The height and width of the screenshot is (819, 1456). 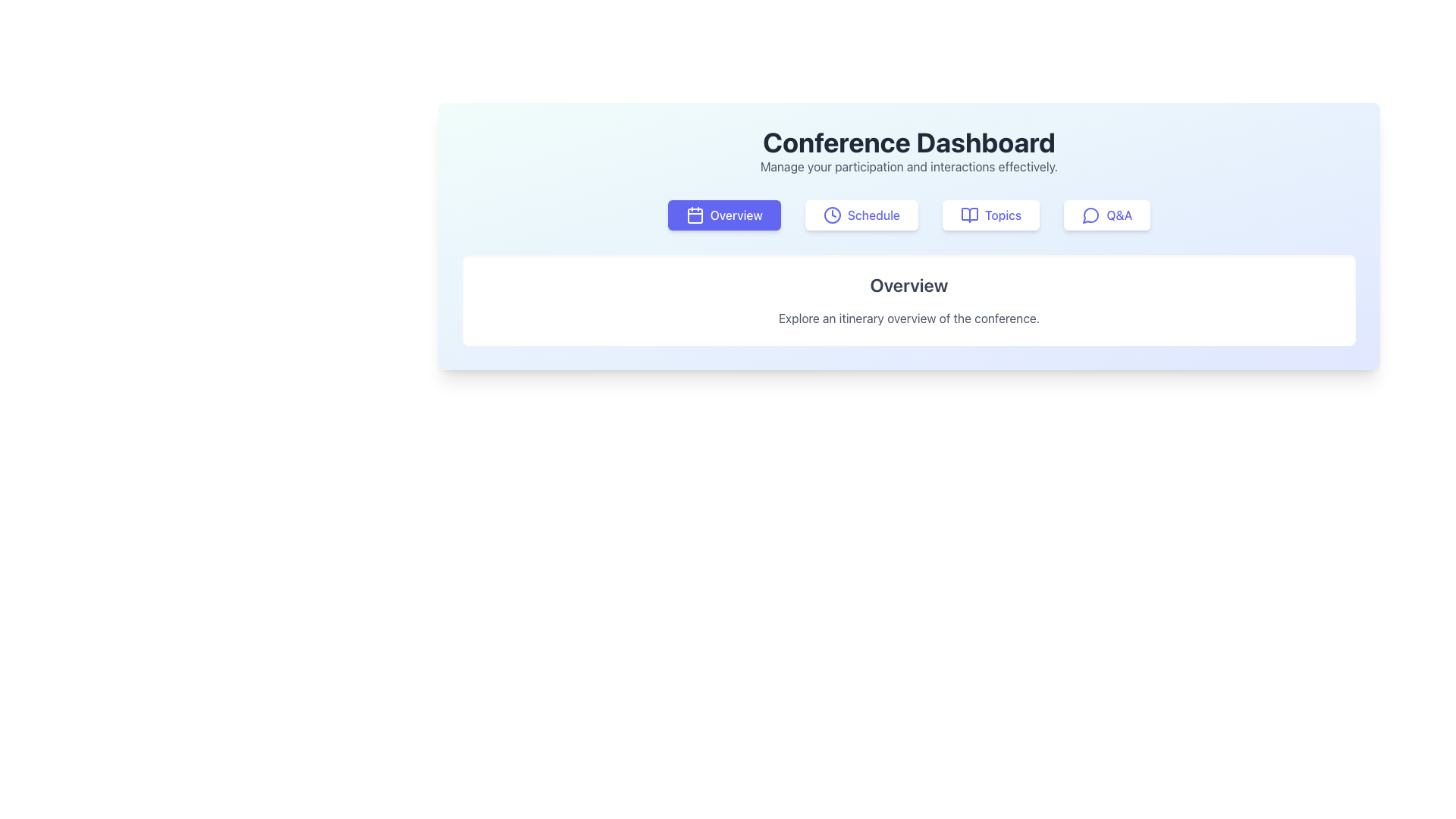 I want to click on the circular speech bubble icon, outlined in blue, located to the left of the 'Q&A' text within the button, so click(x=1090, y=215).